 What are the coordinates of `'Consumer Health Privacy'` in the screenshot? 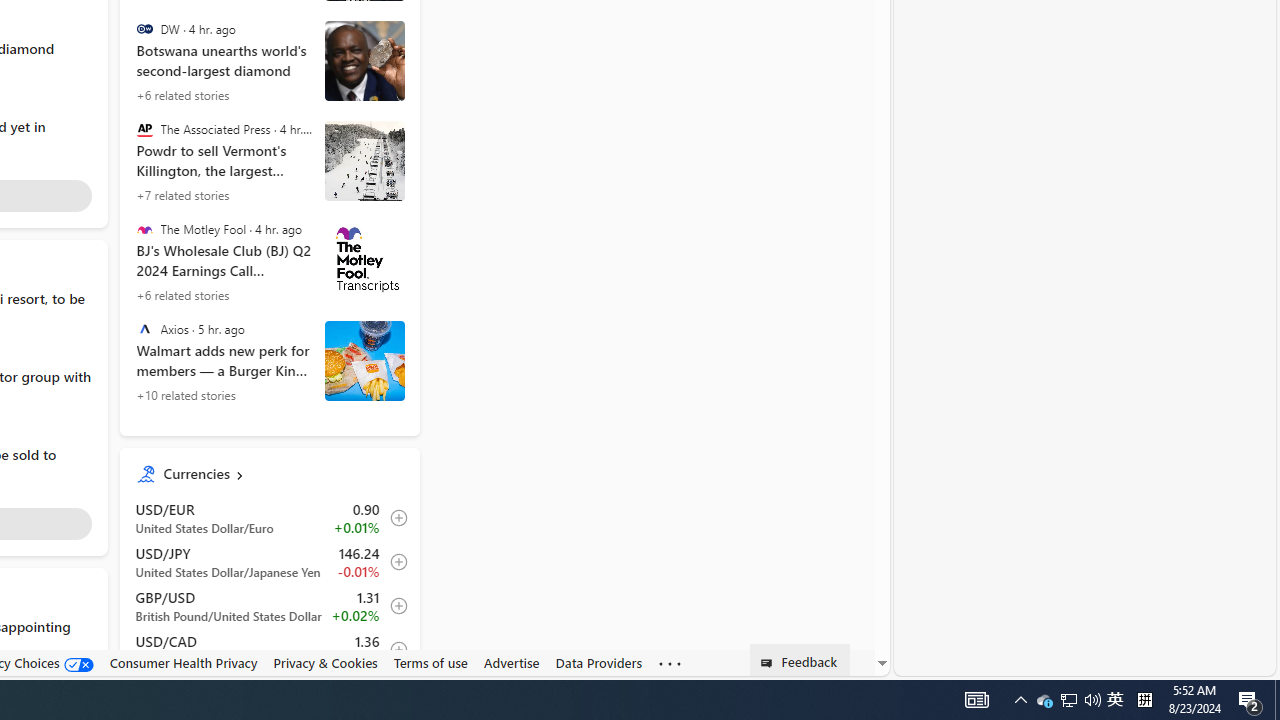 It's located at (183, 663).